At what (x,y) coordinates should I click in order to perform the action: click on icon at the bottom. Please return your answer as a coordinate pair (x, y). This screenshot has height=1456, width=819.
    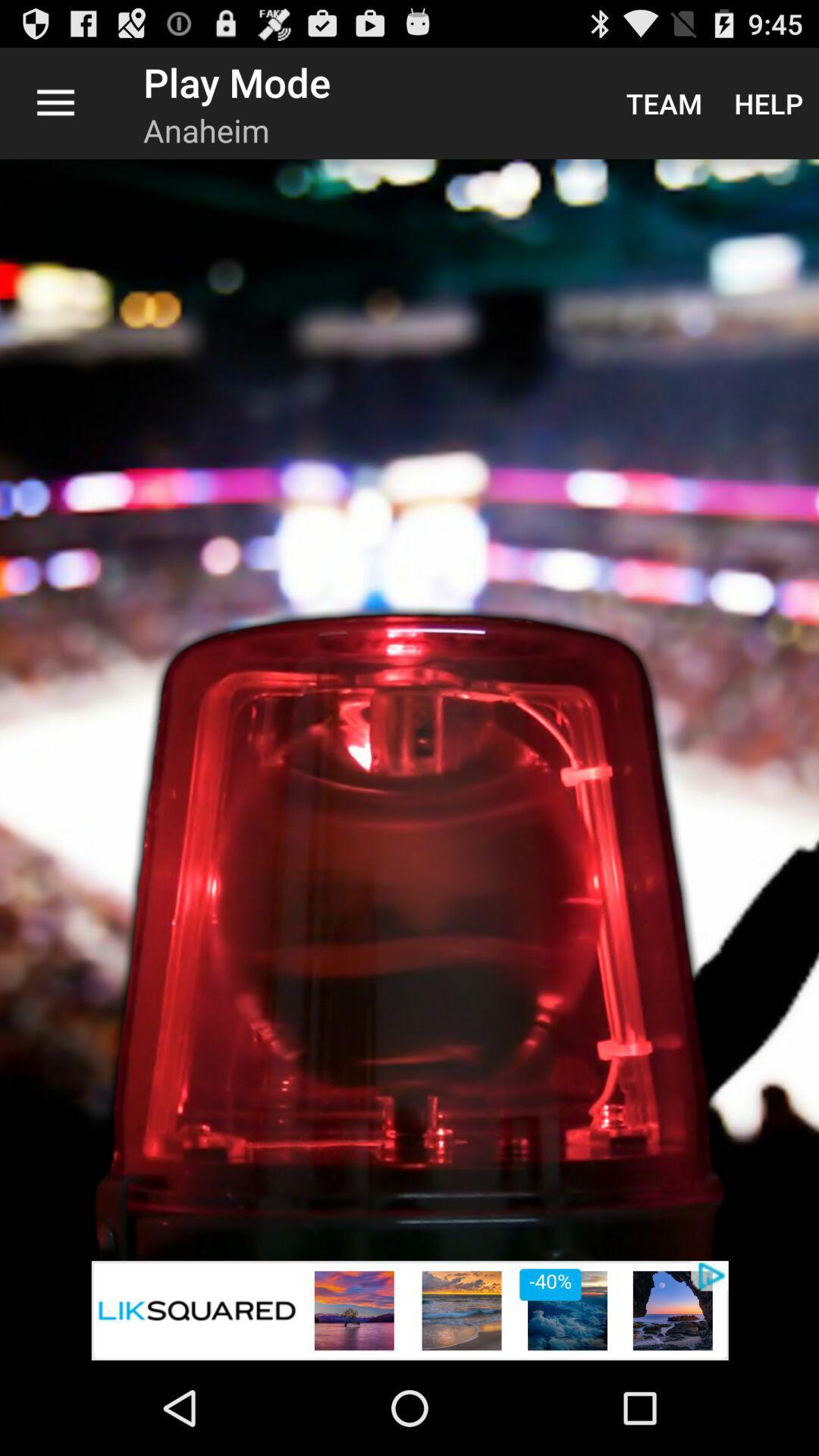
    Looking at the image, I should click on (409, 1310).